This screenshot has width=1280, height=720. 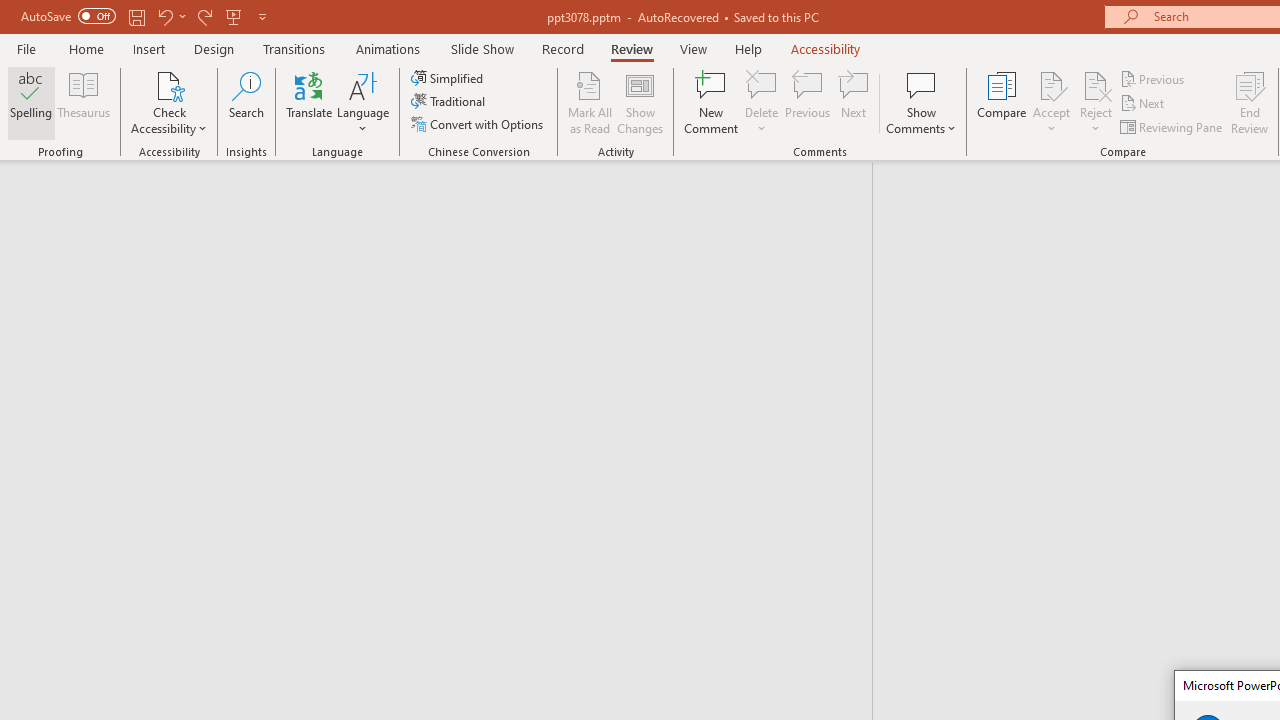 What do you see at coordinates (169, 84) in the screenshot?
I see `'Check Accessibility'` at bounding box center [169, 84].